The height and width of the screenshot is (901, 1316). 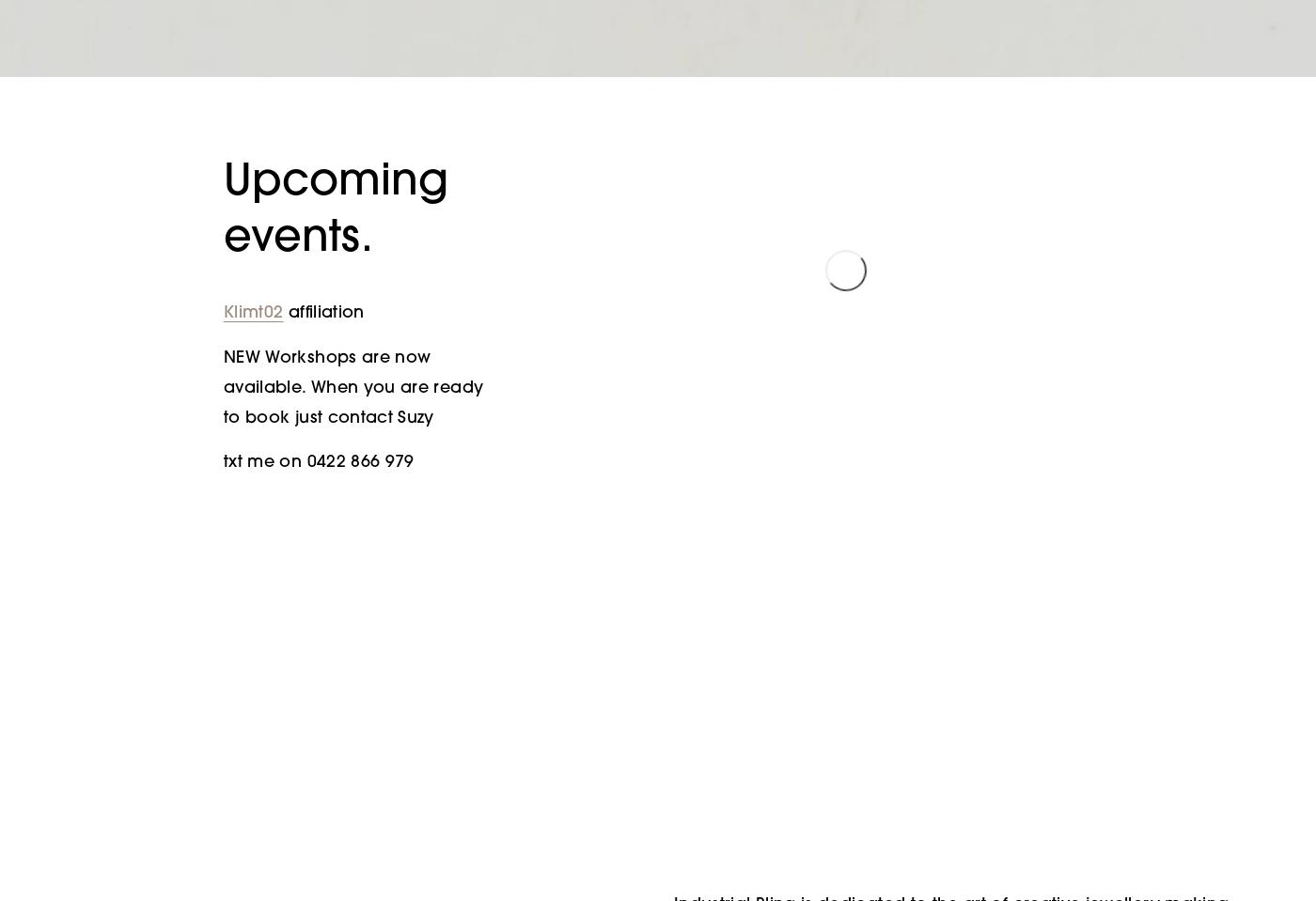 I want to click on '22', so click(x=844, y=492).